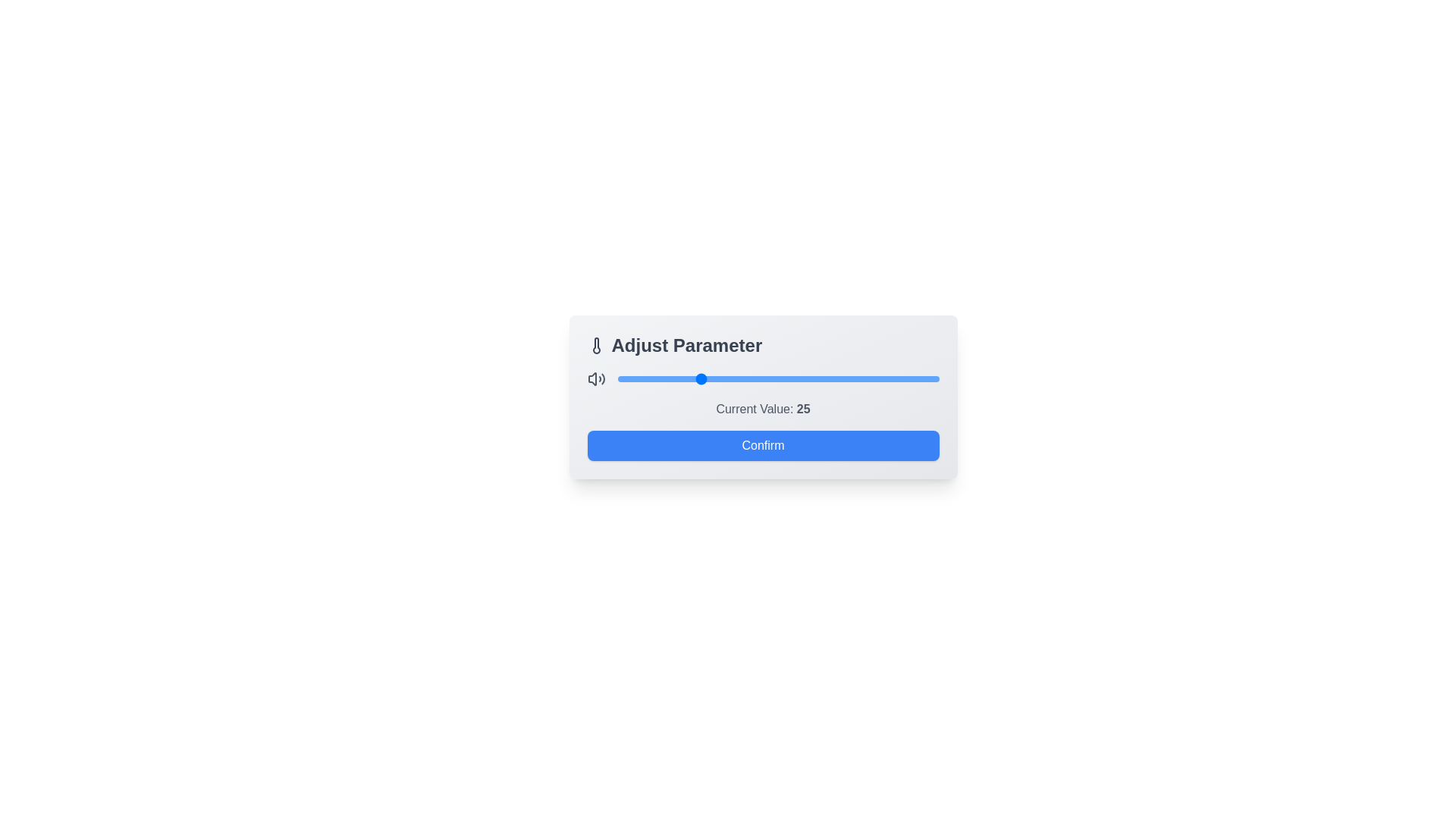  Describe the element at coordinates (595, 345) in the screenshot. I see `the thermometer icon, which is a decorative outline graphic with a circular base and a vertical rectangular bar, located to the left of the header text 'Adjust Parameter'` at that location.